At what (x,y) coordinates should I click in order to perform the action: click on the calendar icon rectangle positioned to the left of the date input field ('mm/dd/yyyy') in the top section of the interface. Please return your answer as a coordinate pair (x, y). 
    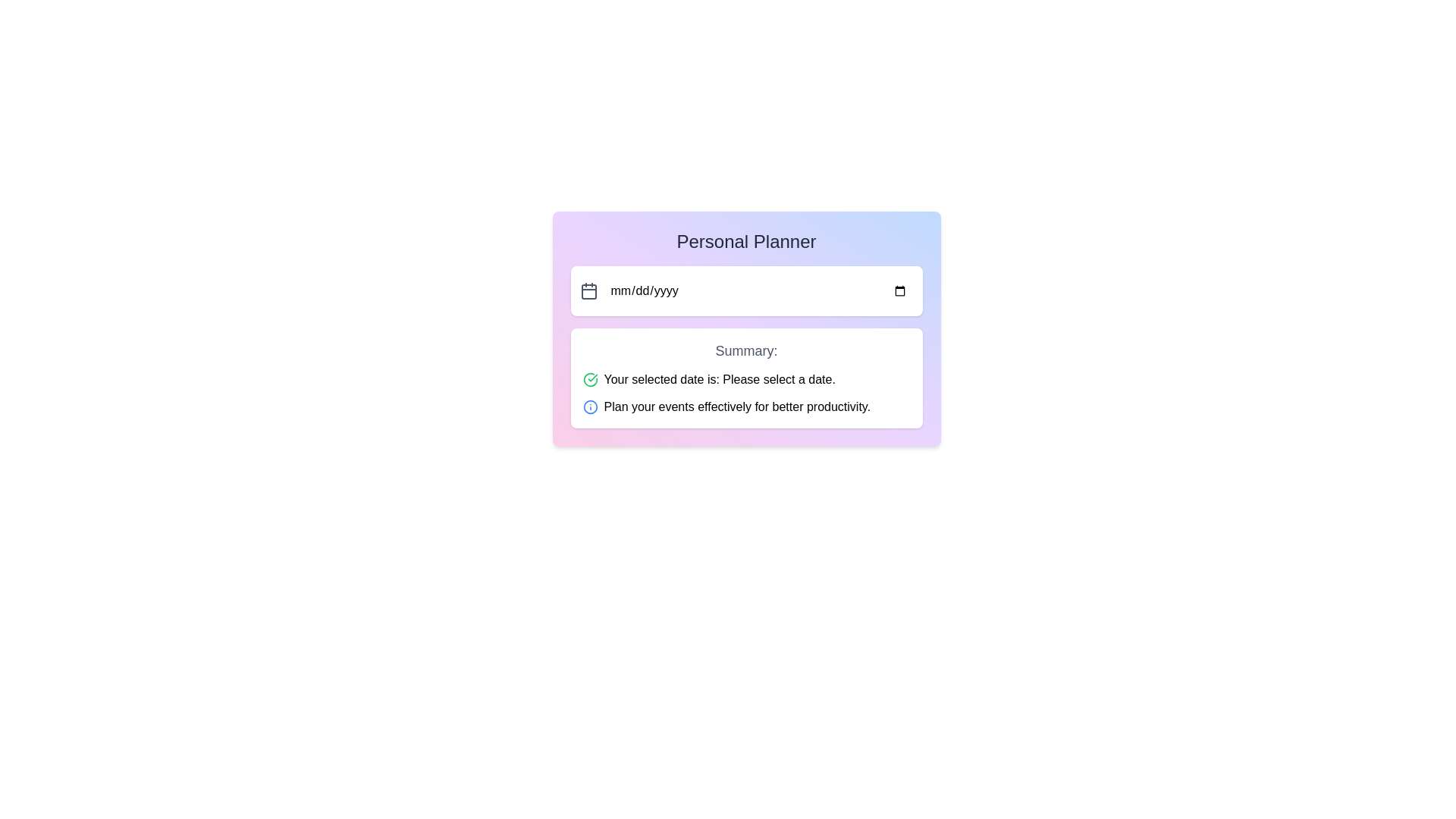
    Looking at the image, I should click on (588, 292).